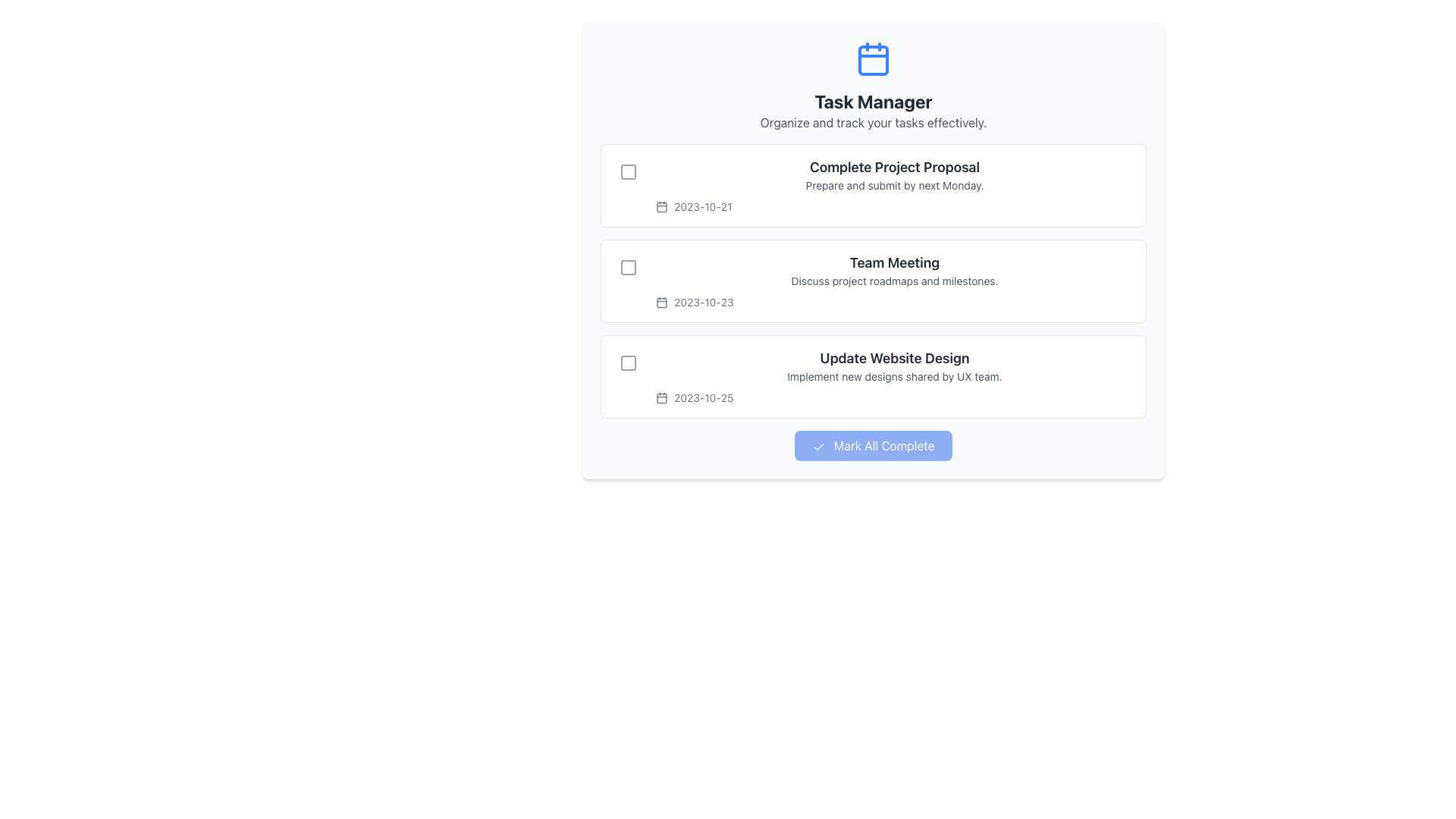 This screenshot has height=819, width=1456. Describe the element at coordinates (817, 446) in the screenshot. I see `the icon representing the action of marking tasks as complete, which is located inside the left segment of the button adjacent to the text 'Mark All Complete'` at that location.